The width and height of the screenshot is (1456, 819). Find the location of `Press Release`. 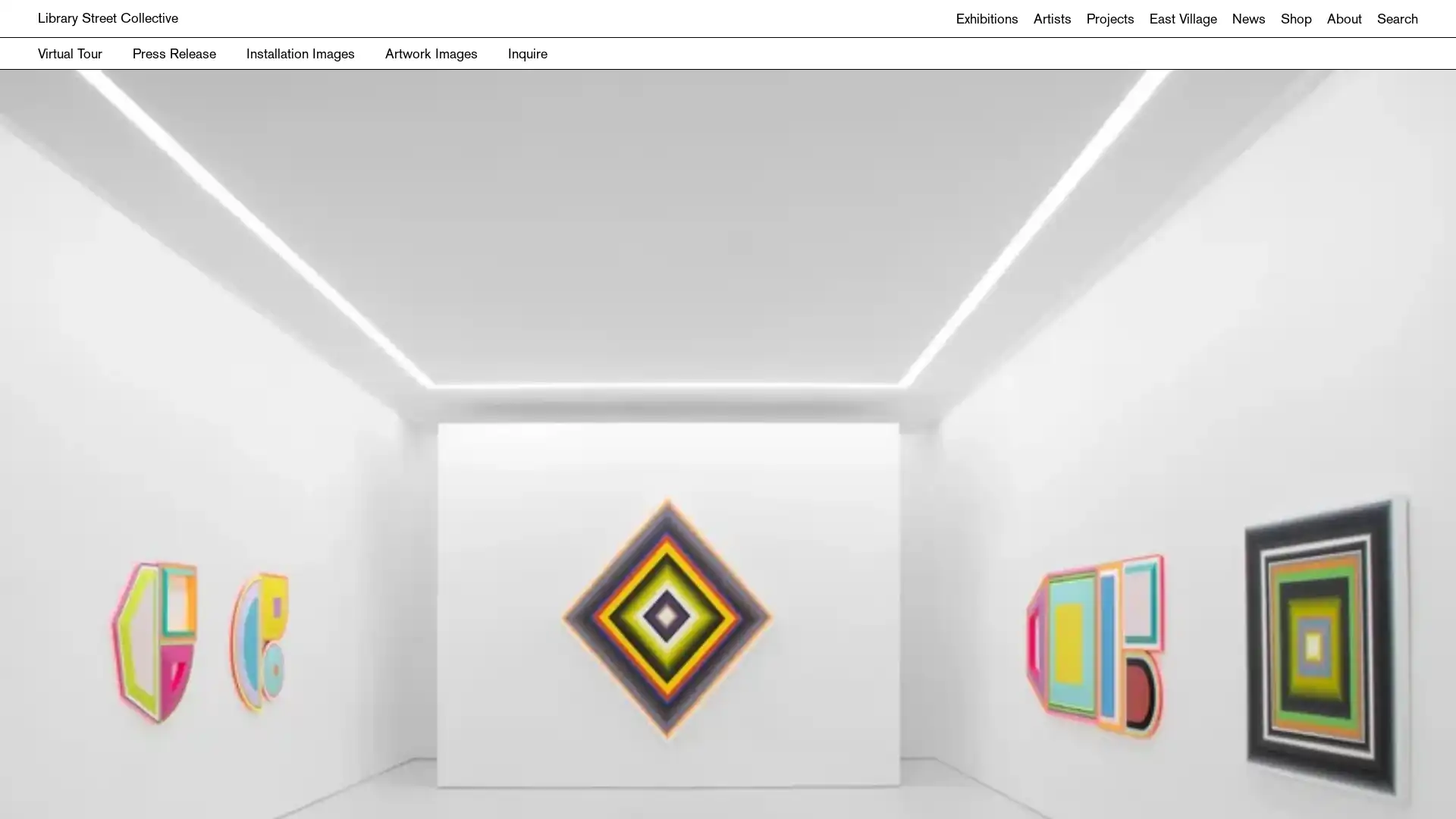

Press Release is located at coordinates (174, 52).